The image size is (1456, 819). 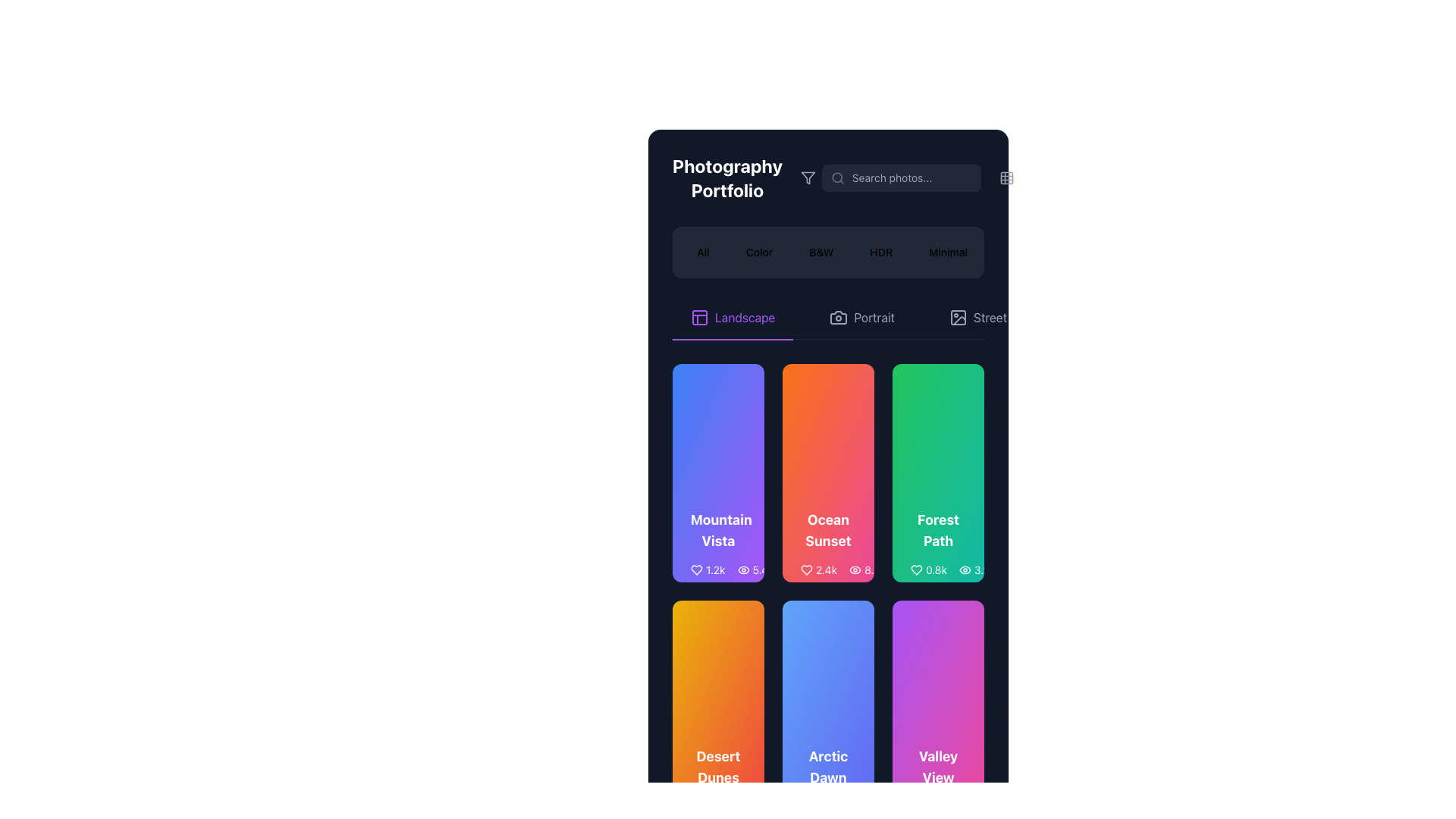 I want to click on the 'Ocean Sunset' text label, which is styled with white bold lettering and located in the second card of the top row in the 'Landscape' category, so click(x=827, y=529).